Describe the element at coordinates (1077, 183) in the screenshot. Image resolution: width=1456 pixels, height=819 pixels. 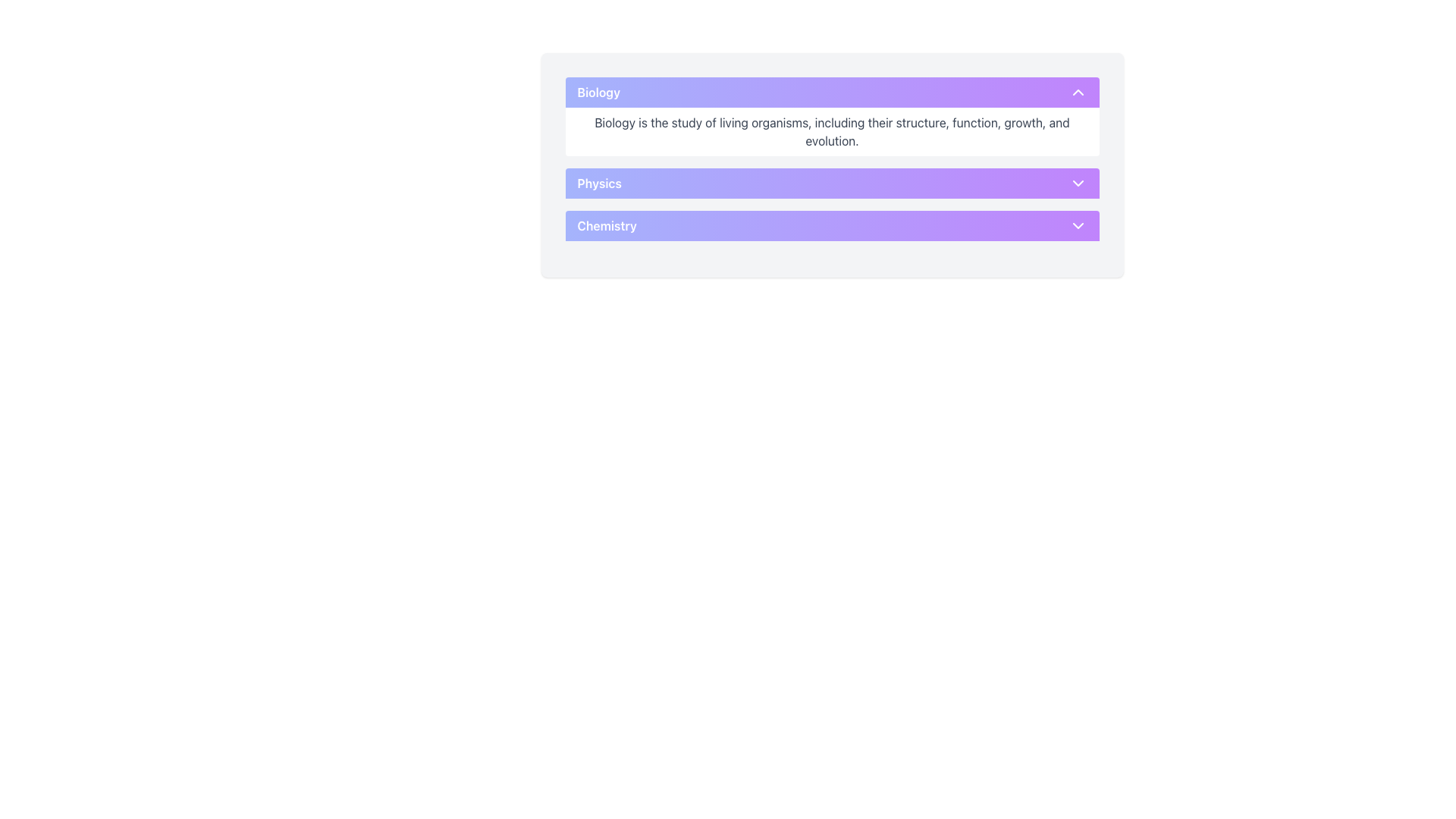
I see `the small downward-pointing chevron icon within the 'Physics' button that has a gradient purple background` at that location.